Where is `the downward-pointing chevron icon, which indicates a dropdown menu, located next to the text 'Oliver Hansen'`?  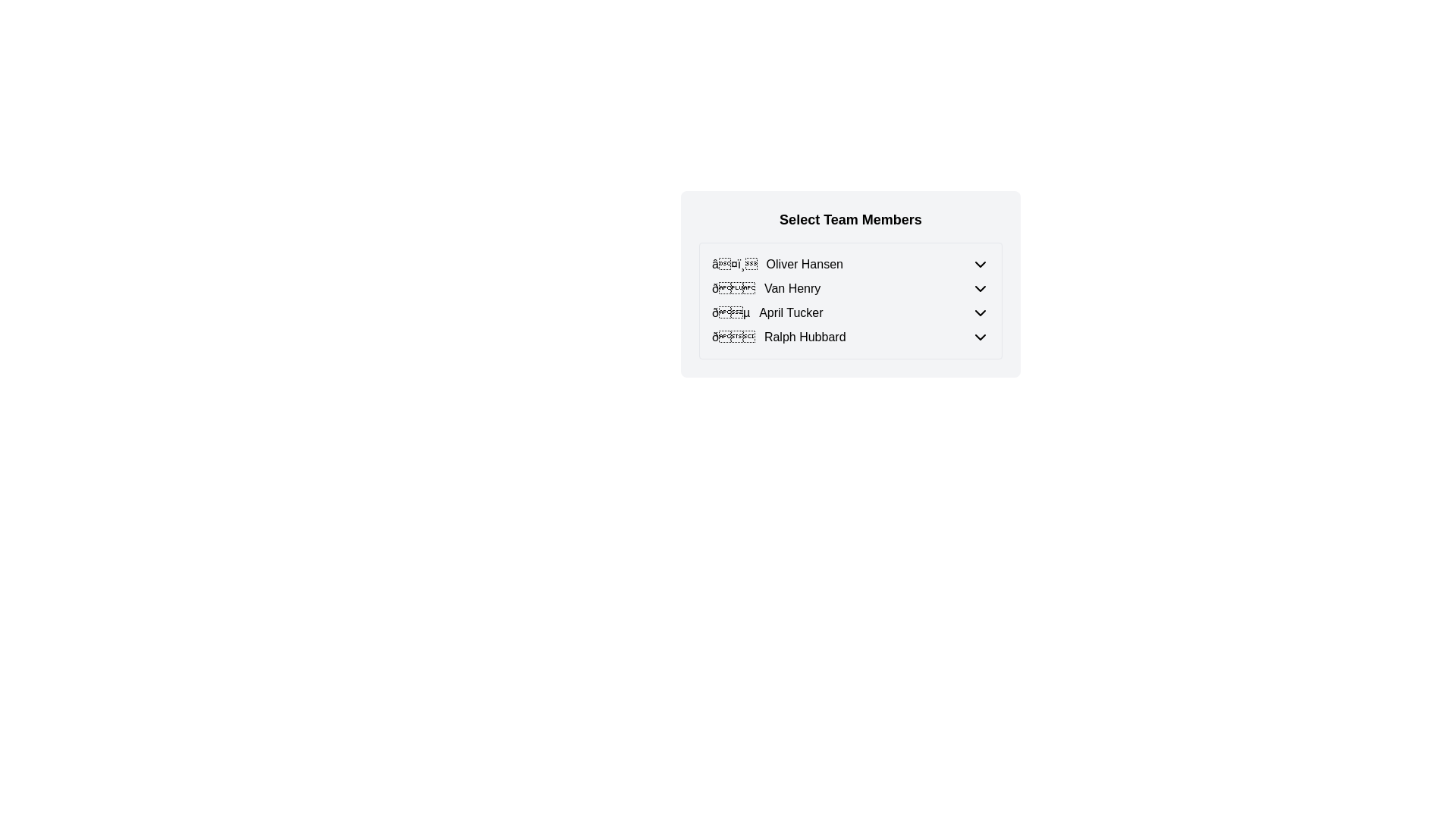 the downward-pointing chevron icon, which indicates a dropdown menu, located next to the text 'Oliver Hansen' is located at coordinates (980, 263).